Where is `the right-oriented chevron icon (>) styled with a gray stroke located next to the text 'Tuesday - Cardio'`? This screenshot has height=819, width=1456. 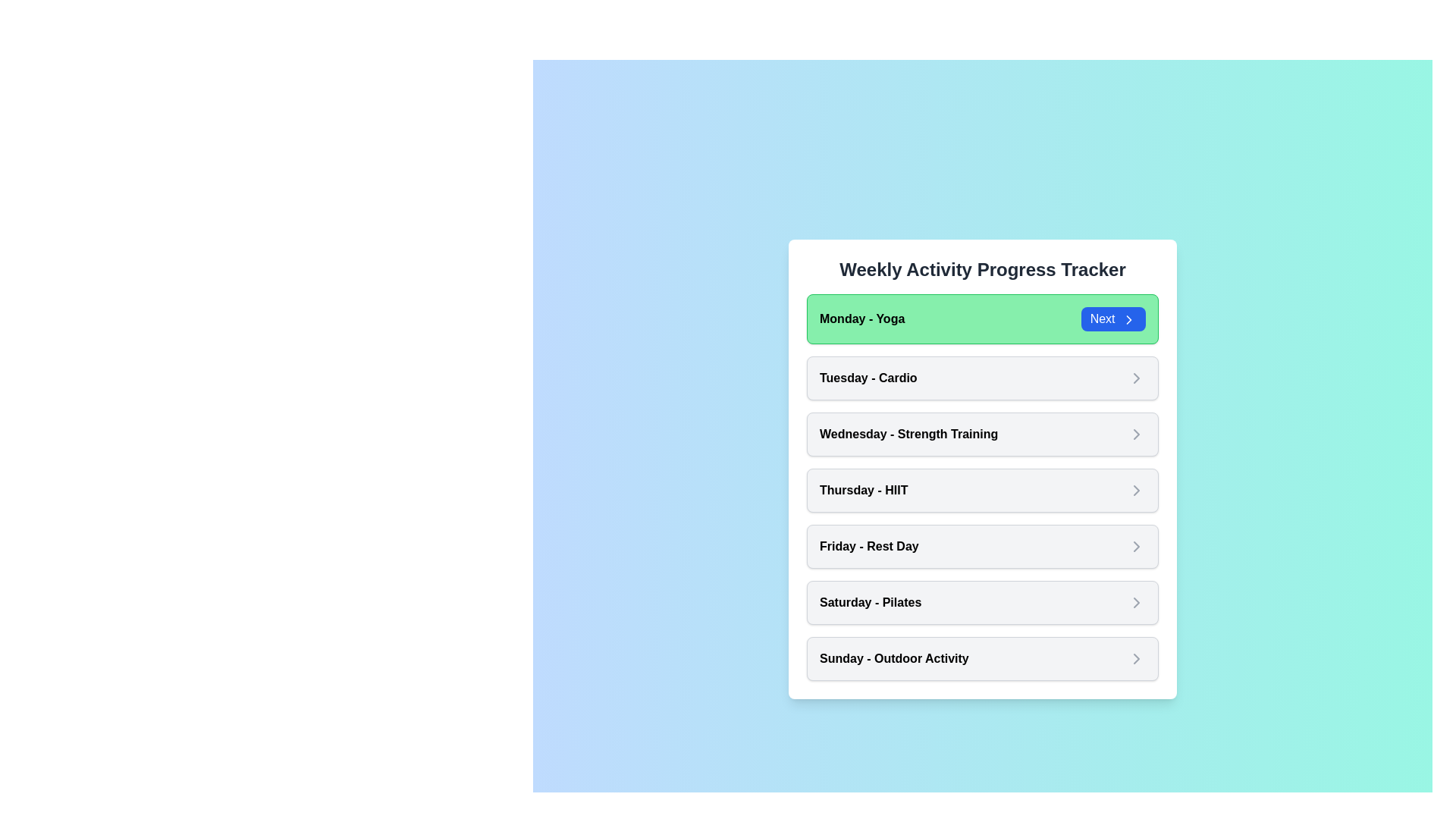
the right-oriented chevron icon (>) styled with a gray stroke located next to the text 'Tuesday - Cardio' is located at coordinates (1136, 377).